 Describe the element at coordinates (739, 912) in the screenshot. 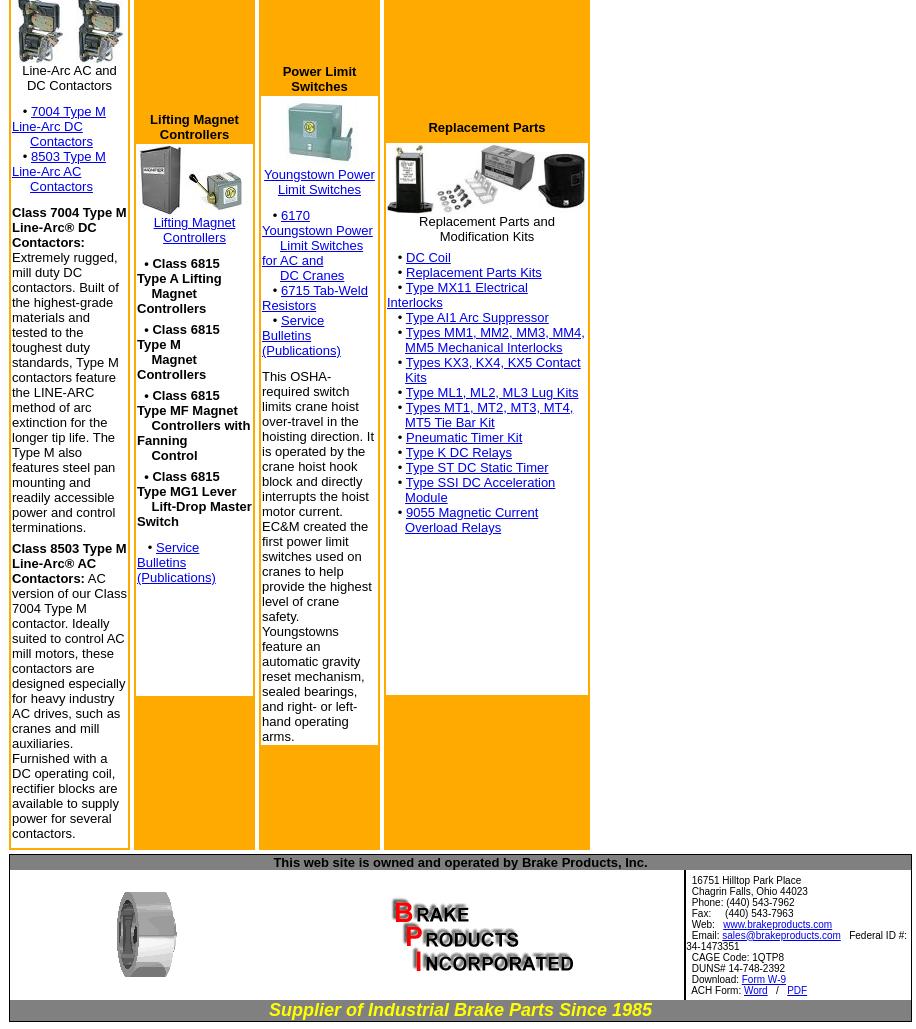

I see `'Fax:     (440) 543-7963'` at that location.